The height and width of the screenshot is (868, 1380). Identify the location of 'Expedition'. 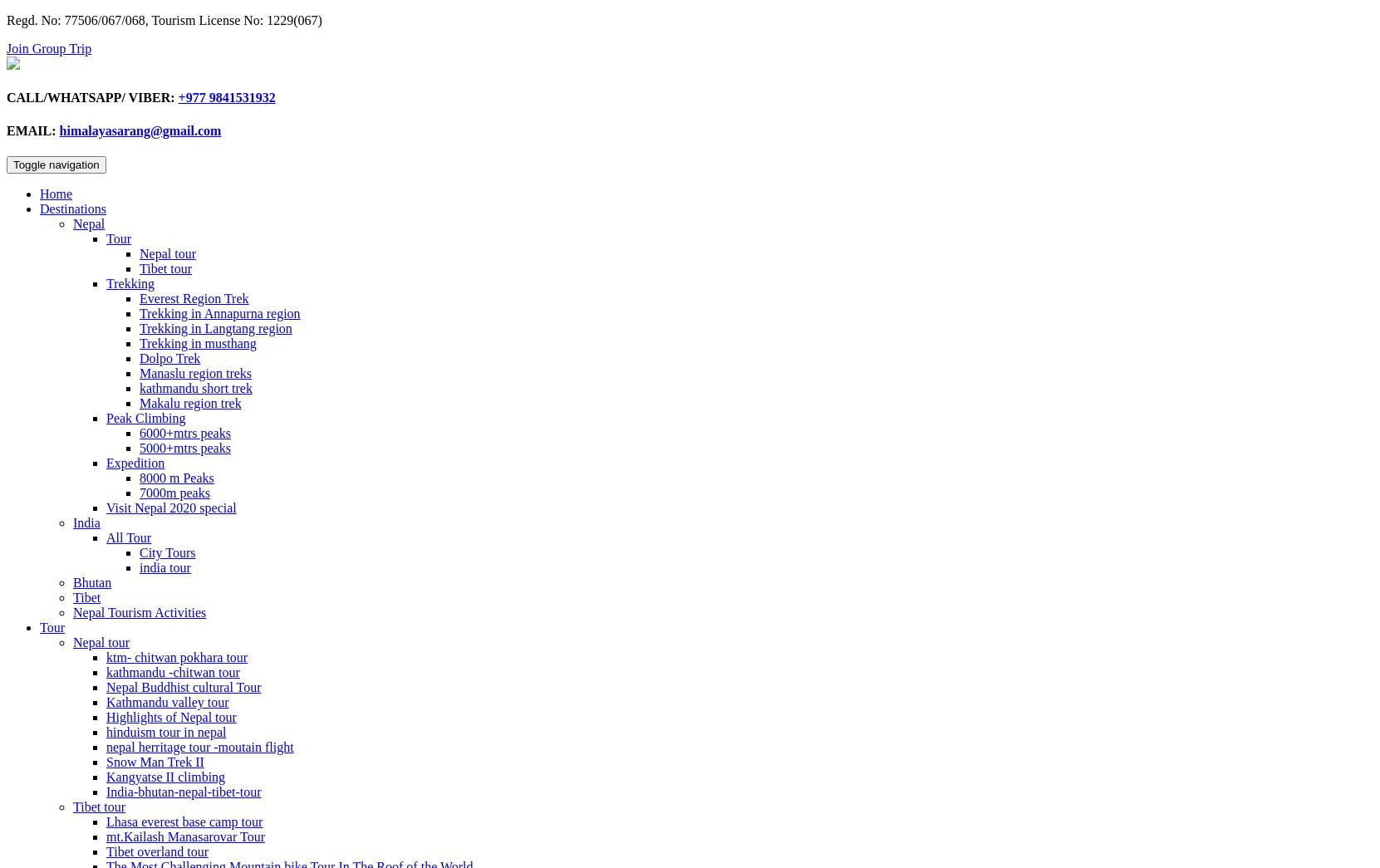
(135, 462).